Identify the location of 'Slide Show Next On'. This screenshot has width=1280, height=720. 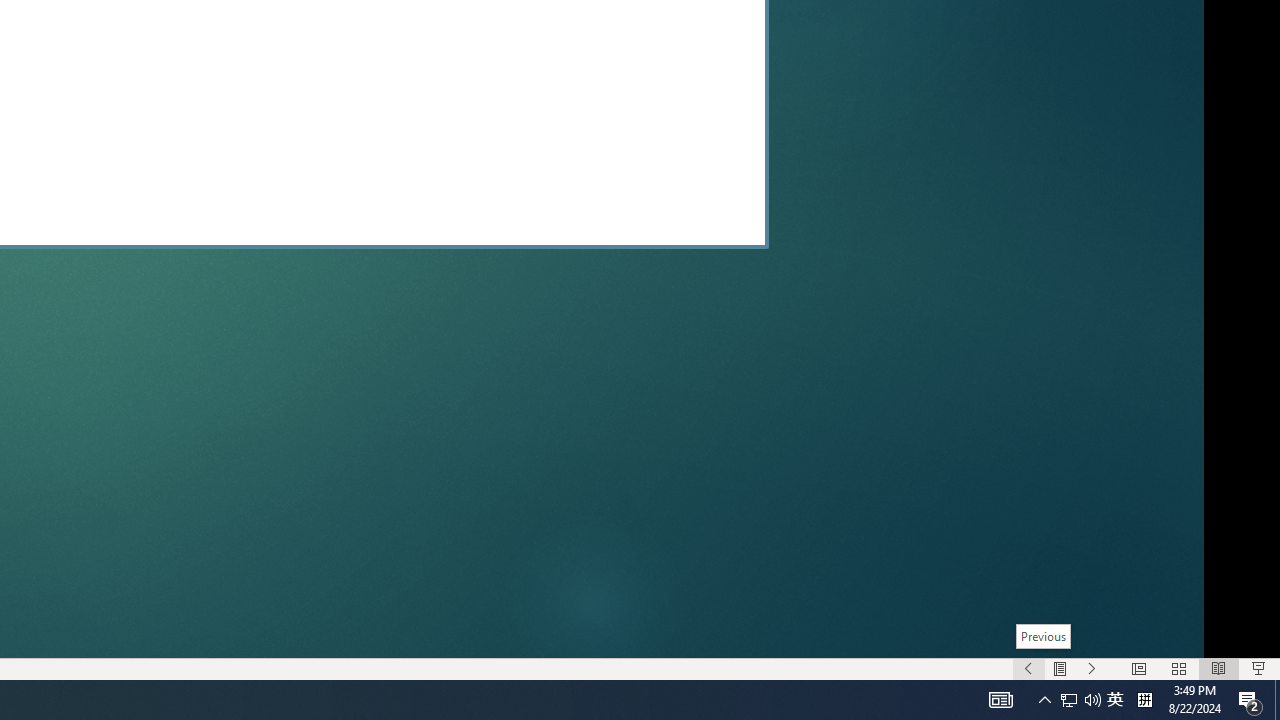
(1091, 669).